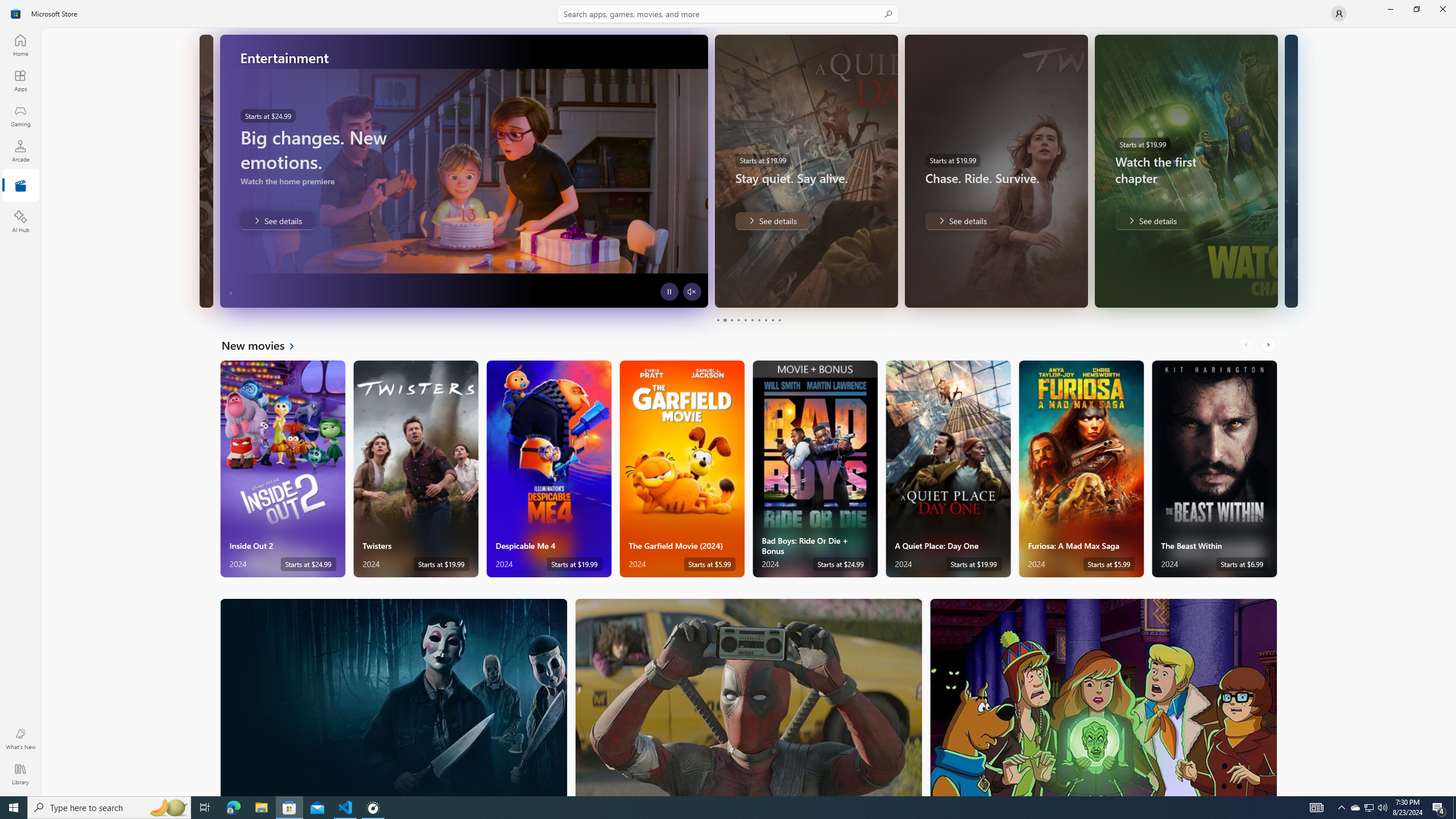 The height and width of the screenshot is (819, 1456). Describe the element at coordinates (1214, 469) in the screenshot. I see `'The Beast Within. Starts at $6.99  '` at that location.